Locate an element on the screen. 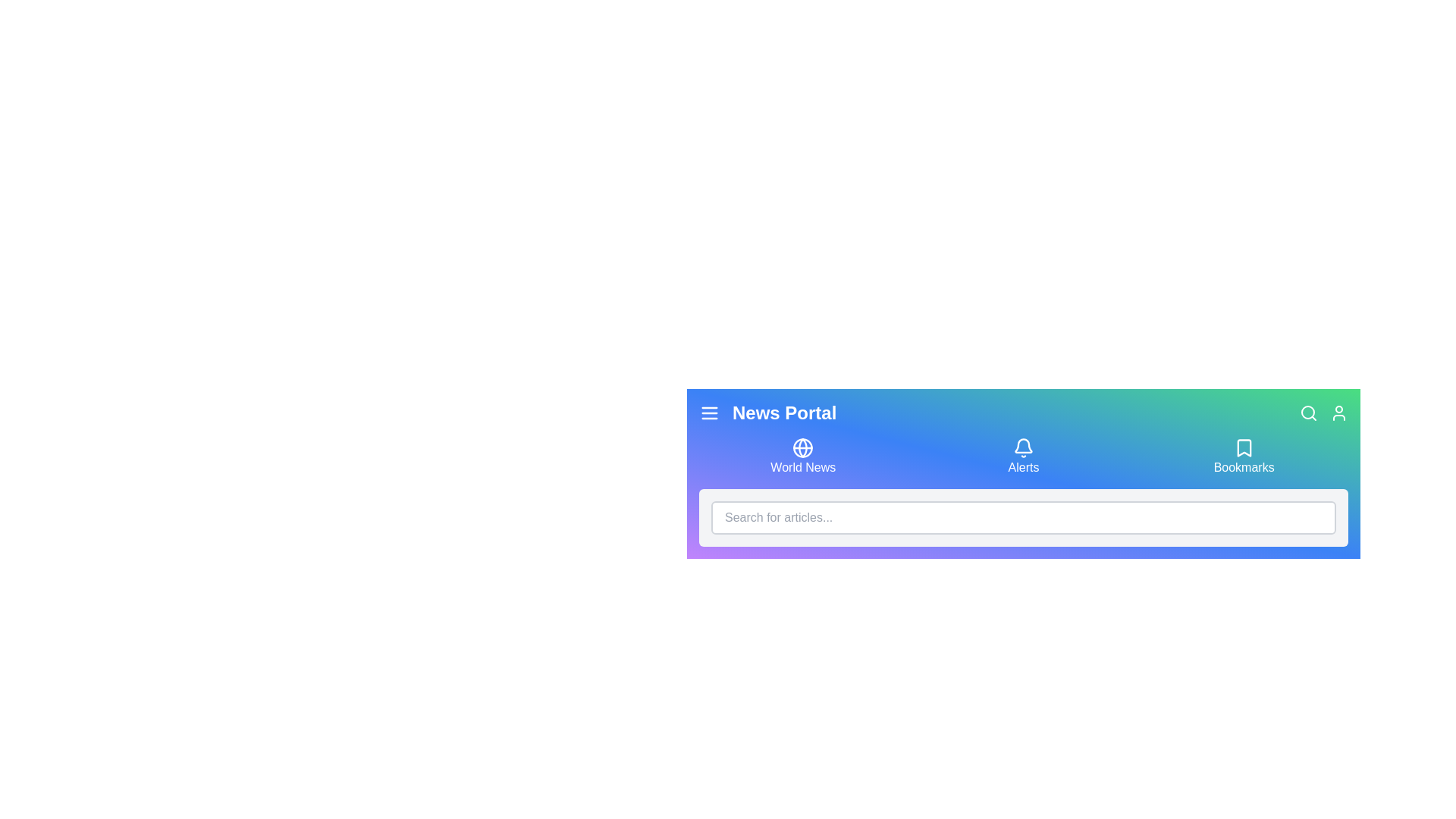  the menu toggle button to toggle the menu visibility is located at coordinates (709, 413).